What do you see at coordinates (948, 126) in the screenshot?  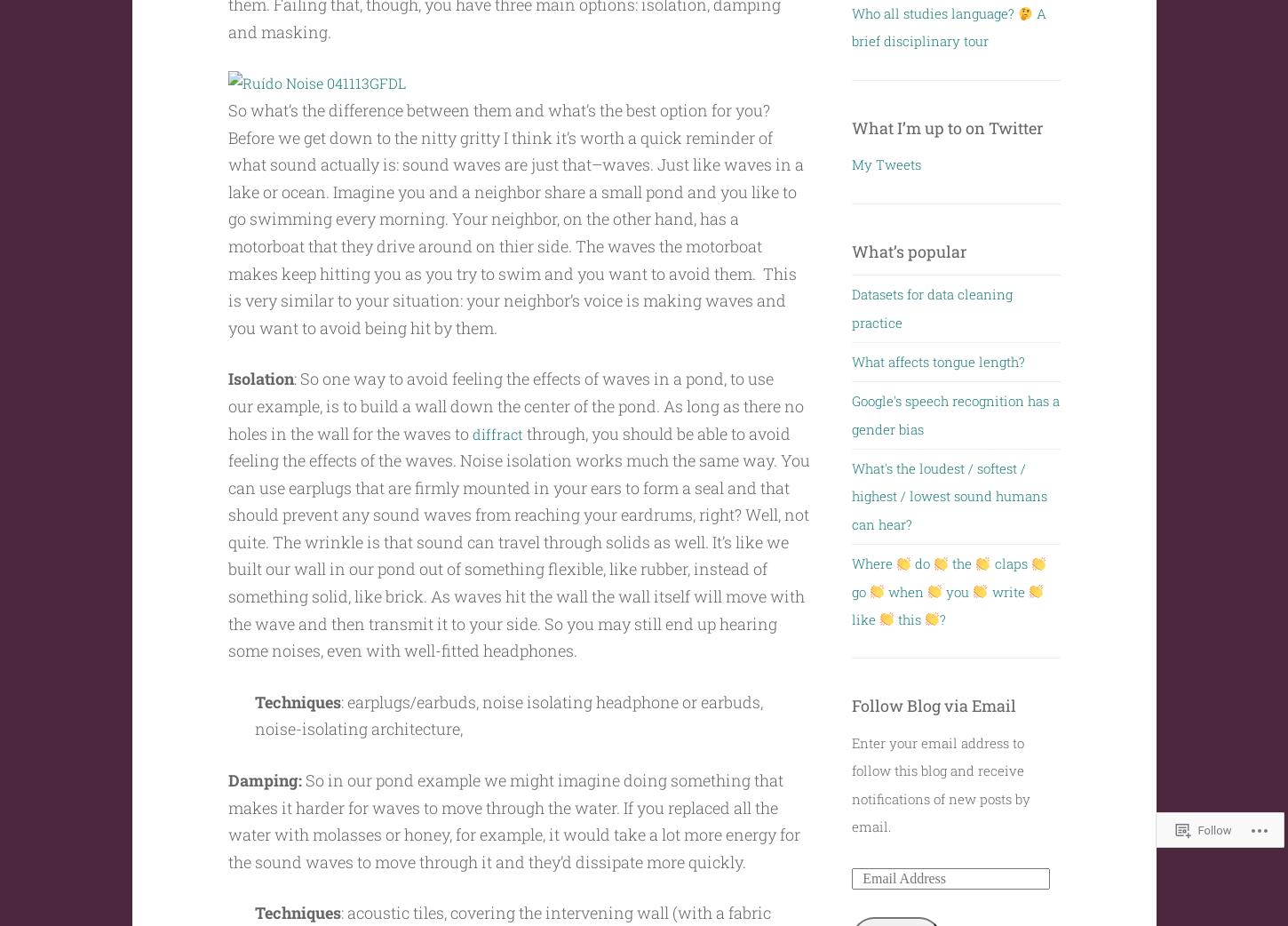 I see `'What I’m up to on Twitter'` at bounding box center [948, 126].